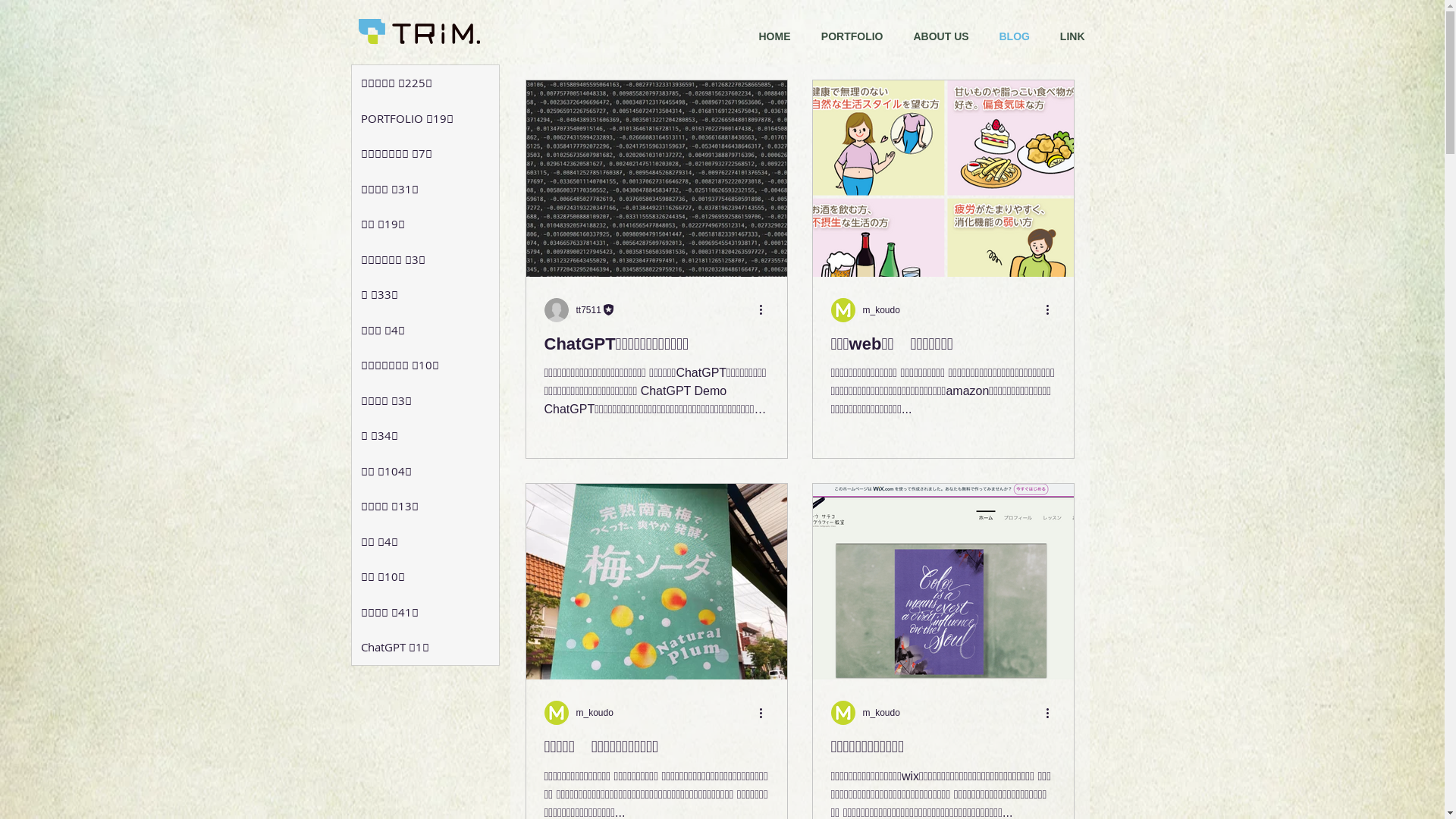  What do you see at coordinates (852, 35) in the screenshot?
I see `'PORTFOLIO'` at bounding box center [852, 35].